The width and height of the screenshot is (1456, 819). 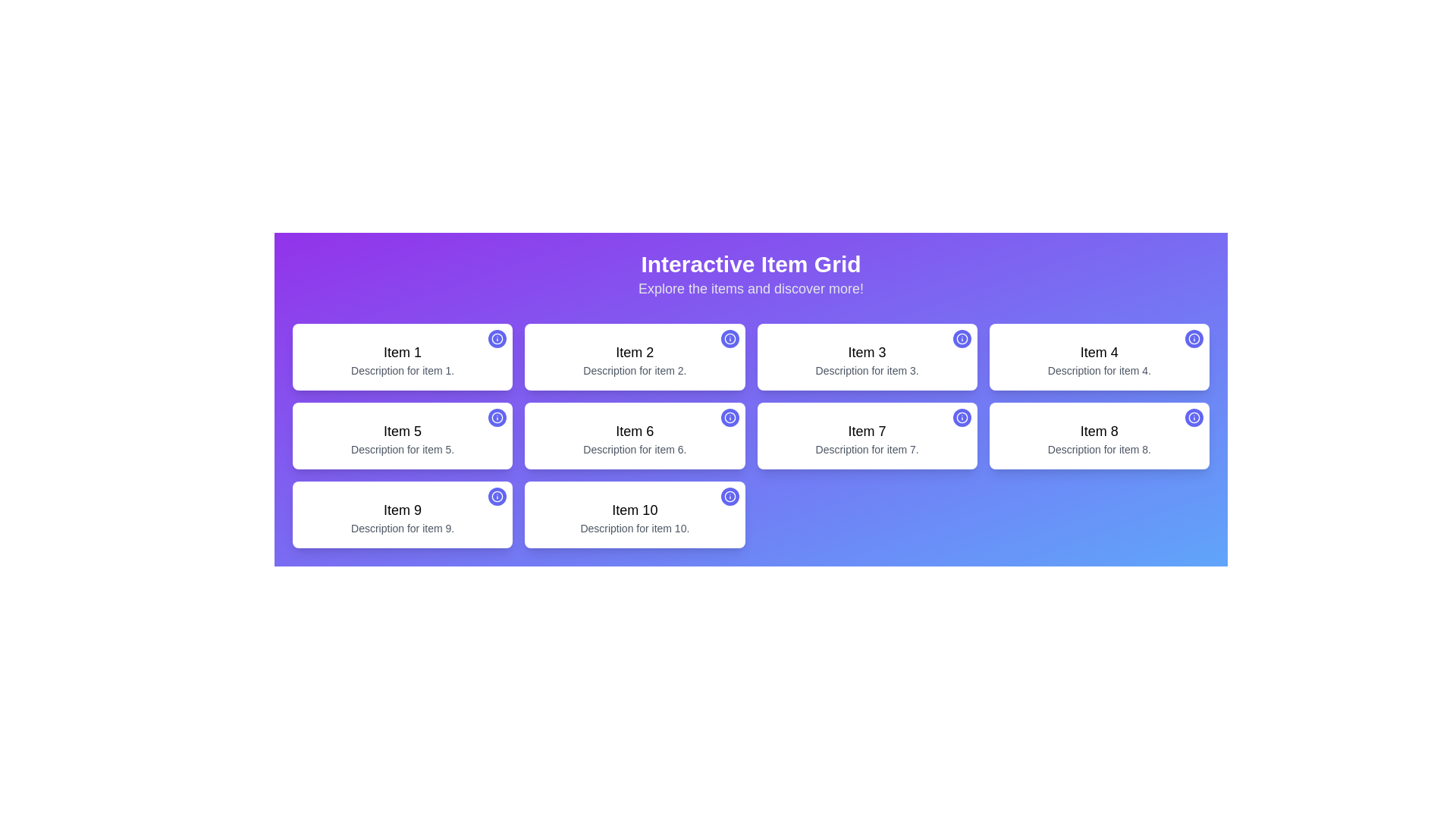 I want to click on the static text component displaying the label 'Item 10', which is centrally located in the bottom-right item of the grid layout, so click(x=635, y=510).